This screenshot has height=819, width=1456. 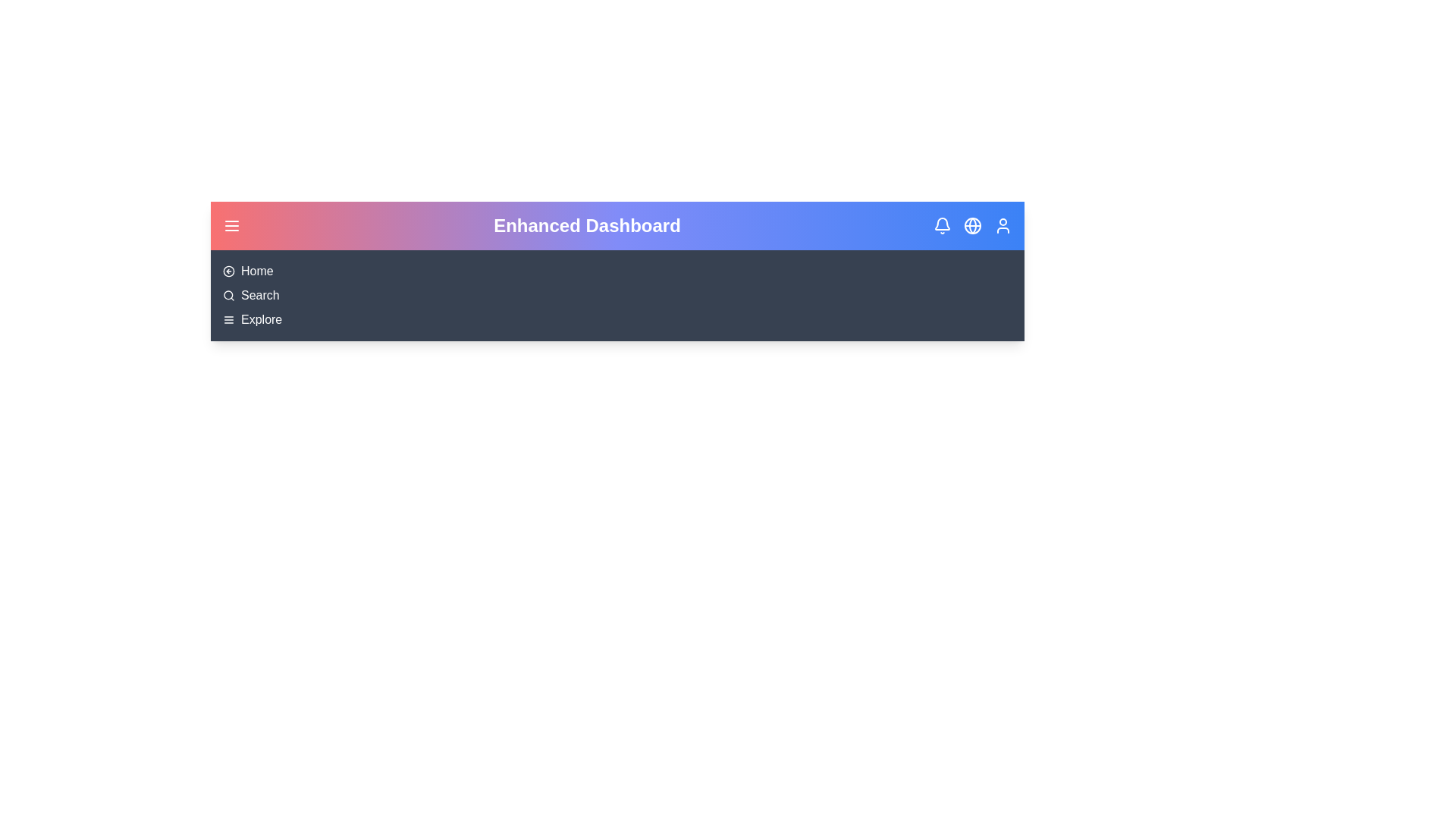 What do you see at coordinates (1003, 225) in the screenshot?
I see `the 'User' icon in the app bar` at bounding box center [1003, 225].